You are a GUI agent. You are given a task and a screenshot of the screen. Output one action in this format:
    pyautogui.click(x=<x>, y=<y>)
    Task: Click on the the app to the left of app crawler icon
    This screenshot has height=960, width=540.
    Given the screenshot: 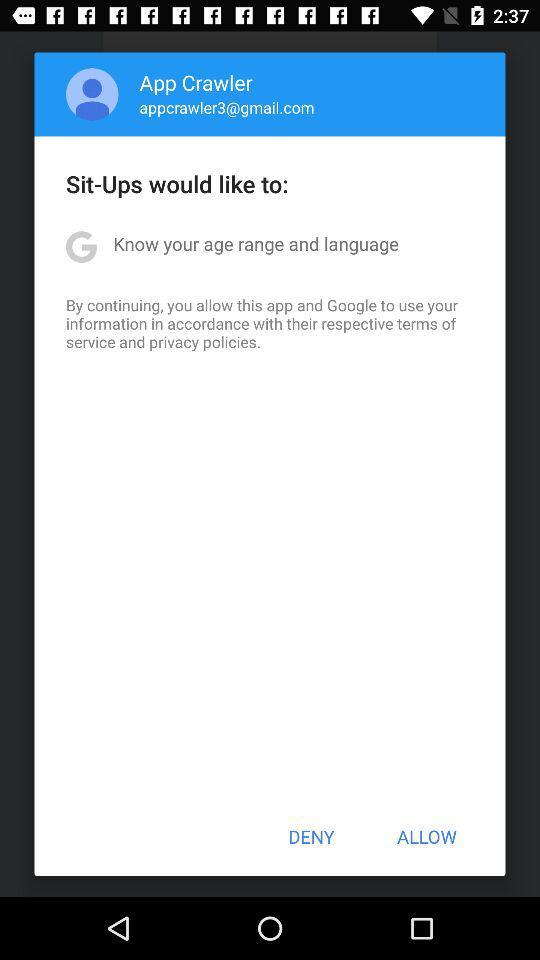 What is the action you would take?
    pyautogui.click(x=91, y=94)
    